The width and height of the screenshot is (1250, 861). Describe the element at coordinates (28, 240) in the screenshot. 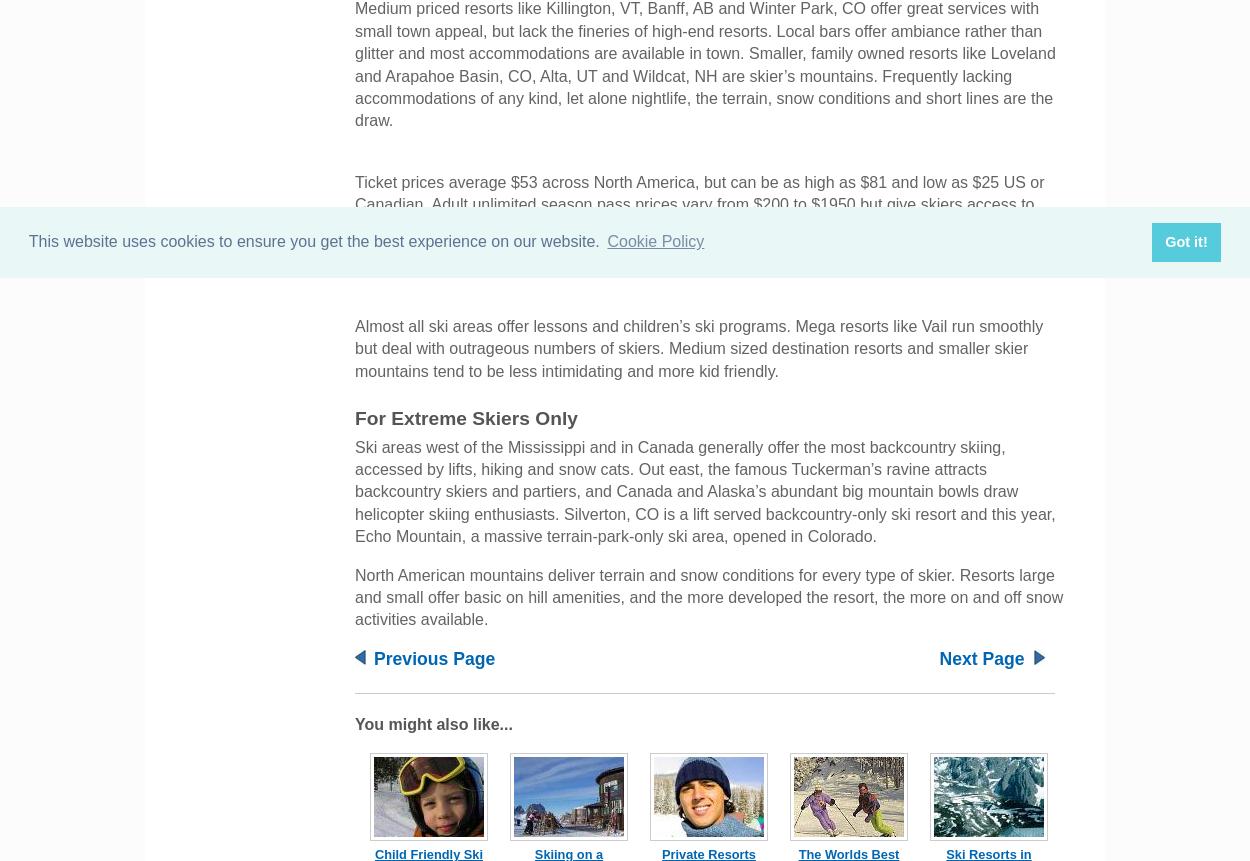

I see `'This website uses cookies to ensure you get the best experience on our website.'` at that location.